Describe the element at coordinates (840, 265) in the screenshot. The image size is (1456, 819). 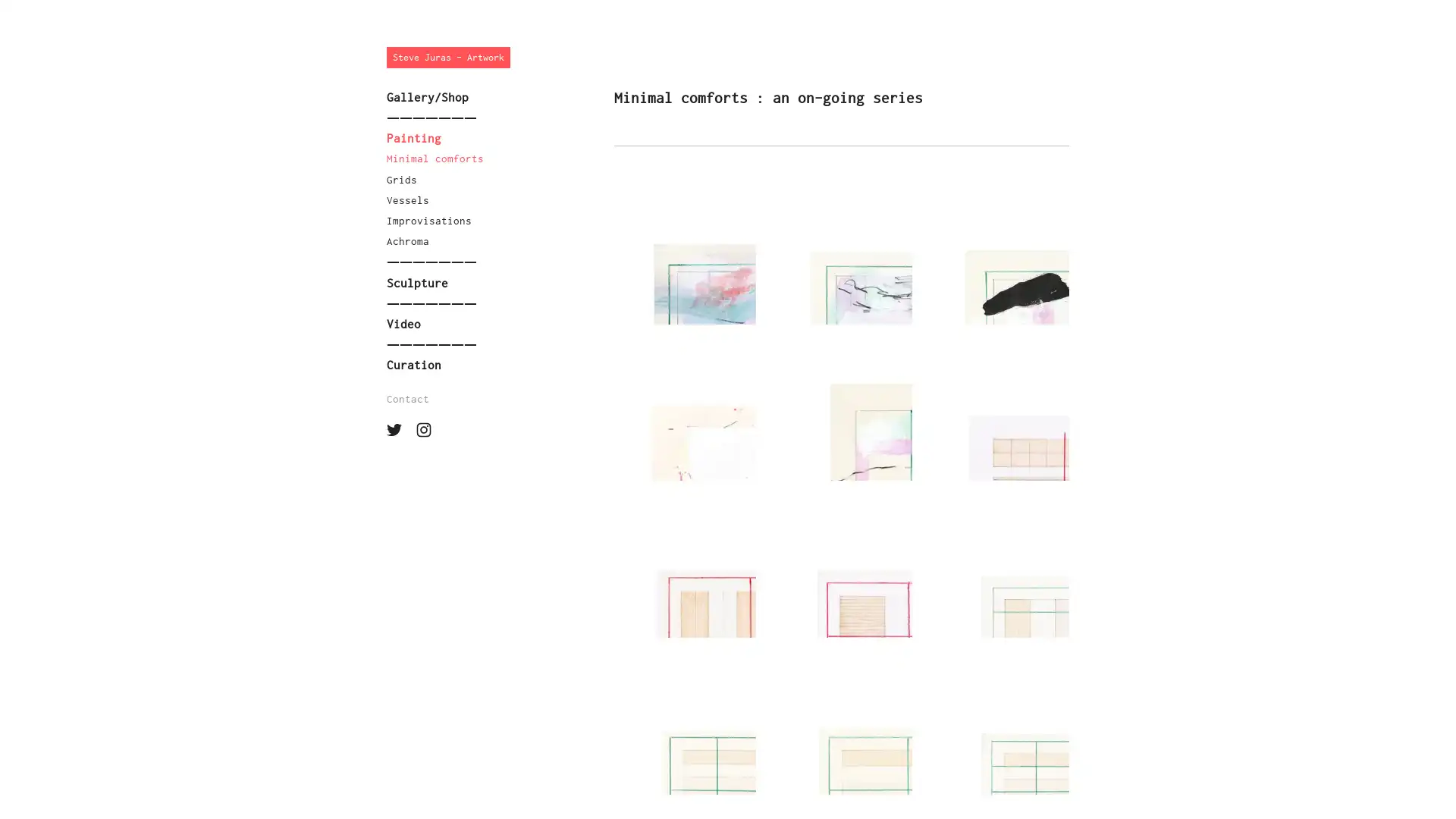
I see `View fullsize Gut feeling (01)` at that location.